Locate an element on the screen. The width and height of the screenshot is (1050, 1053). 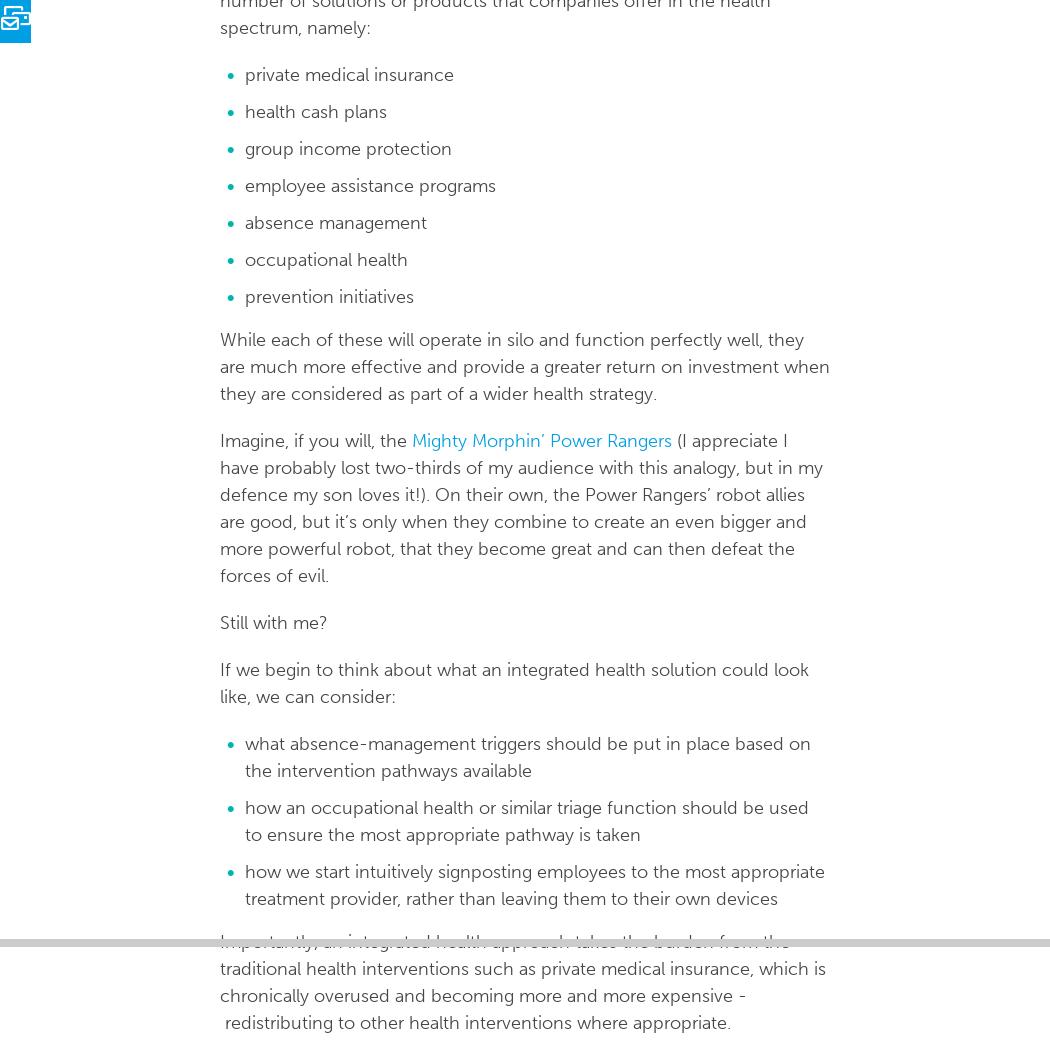
'absence management' is located at coordinates (244, 223).